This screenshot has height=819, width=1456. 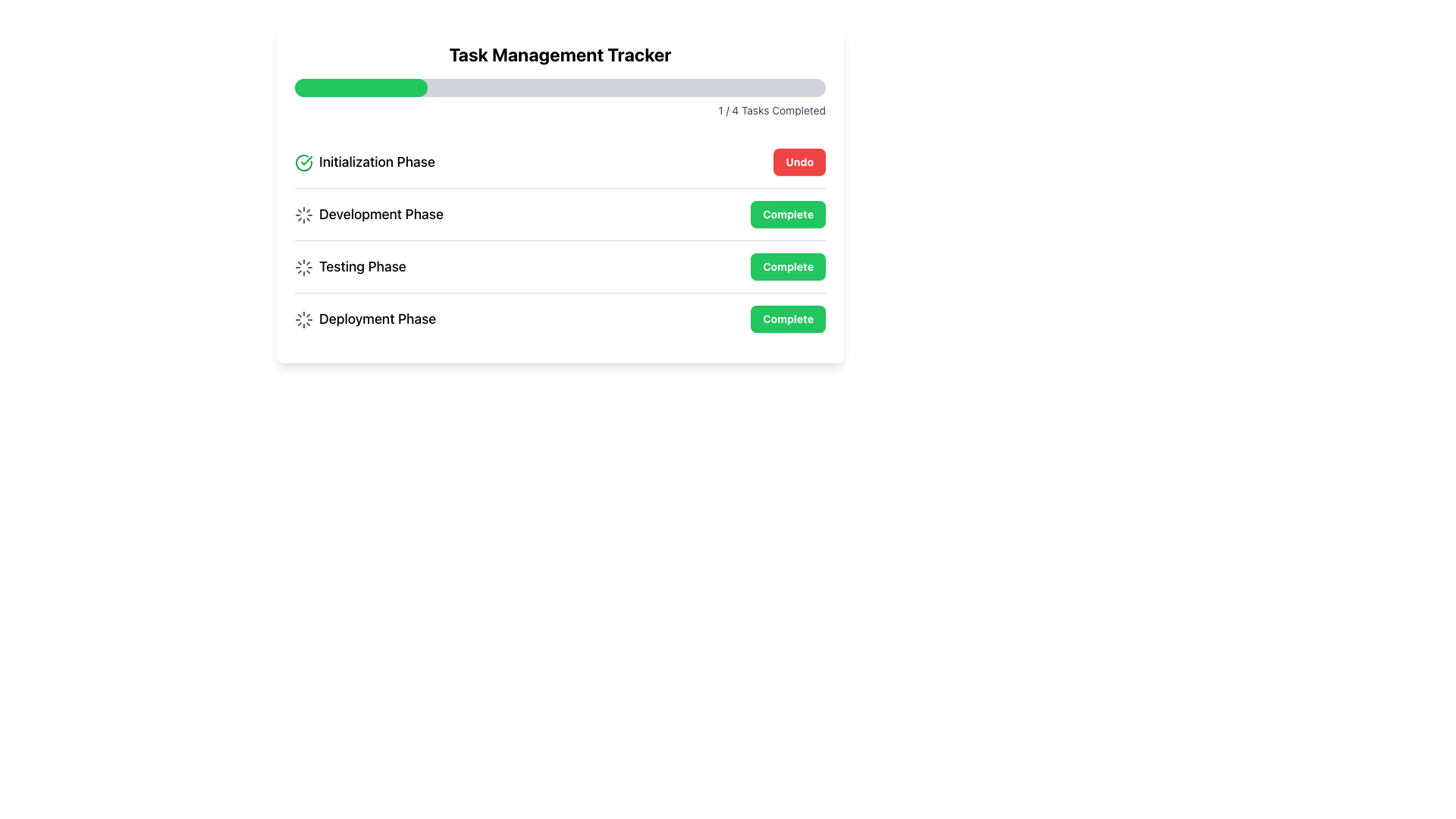 What do you see at coordinates (303, 267) in the screenshot?
I see `the circular loading icon styled in gray, located to the left of the 'Testing Phase' label in the task tracker interface` at bounding box center [303, 267].